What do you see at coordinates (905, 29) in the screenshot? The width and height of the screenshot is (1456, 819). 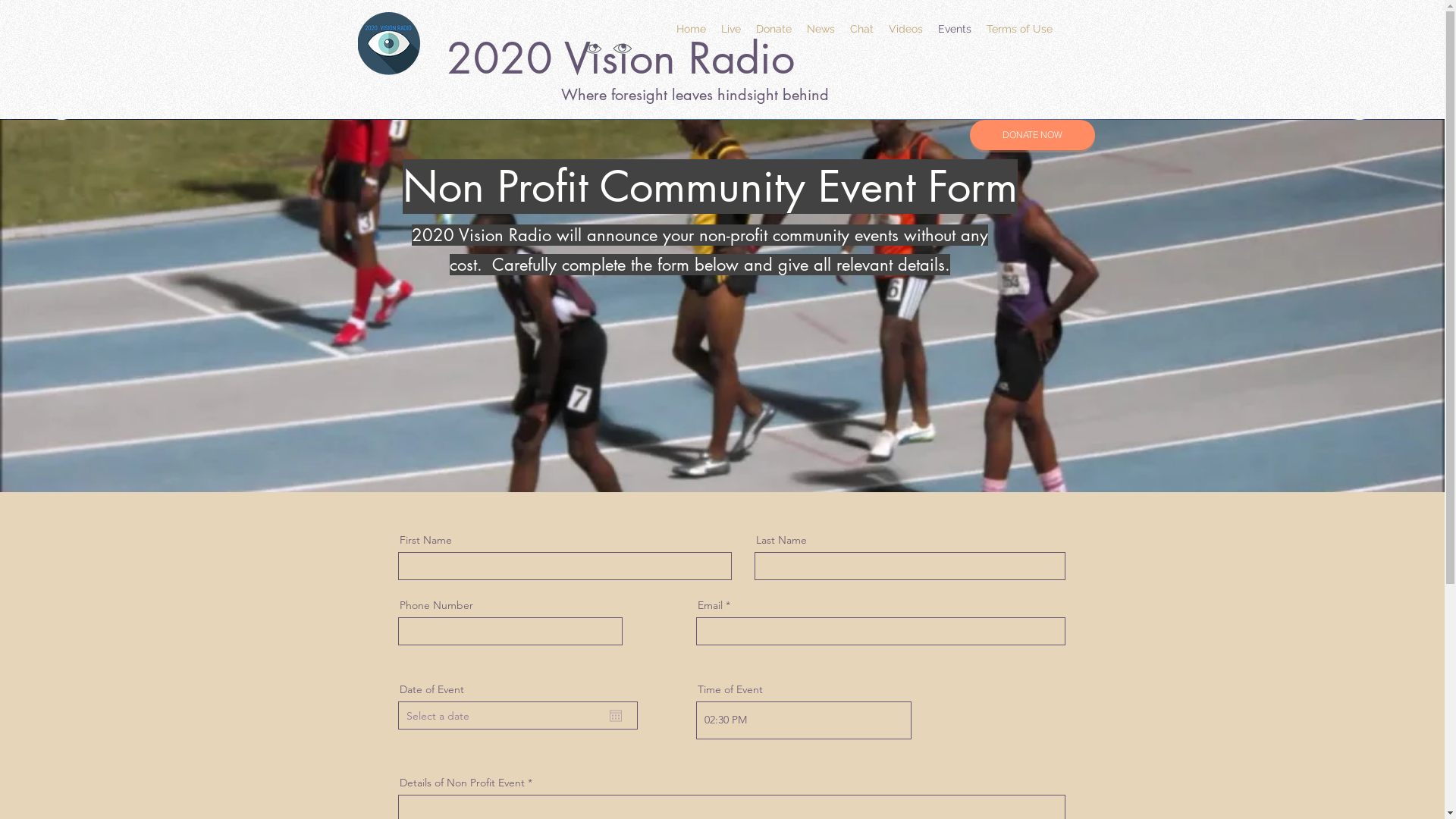 I see `'Videos'` at bounding box center [905, 29].